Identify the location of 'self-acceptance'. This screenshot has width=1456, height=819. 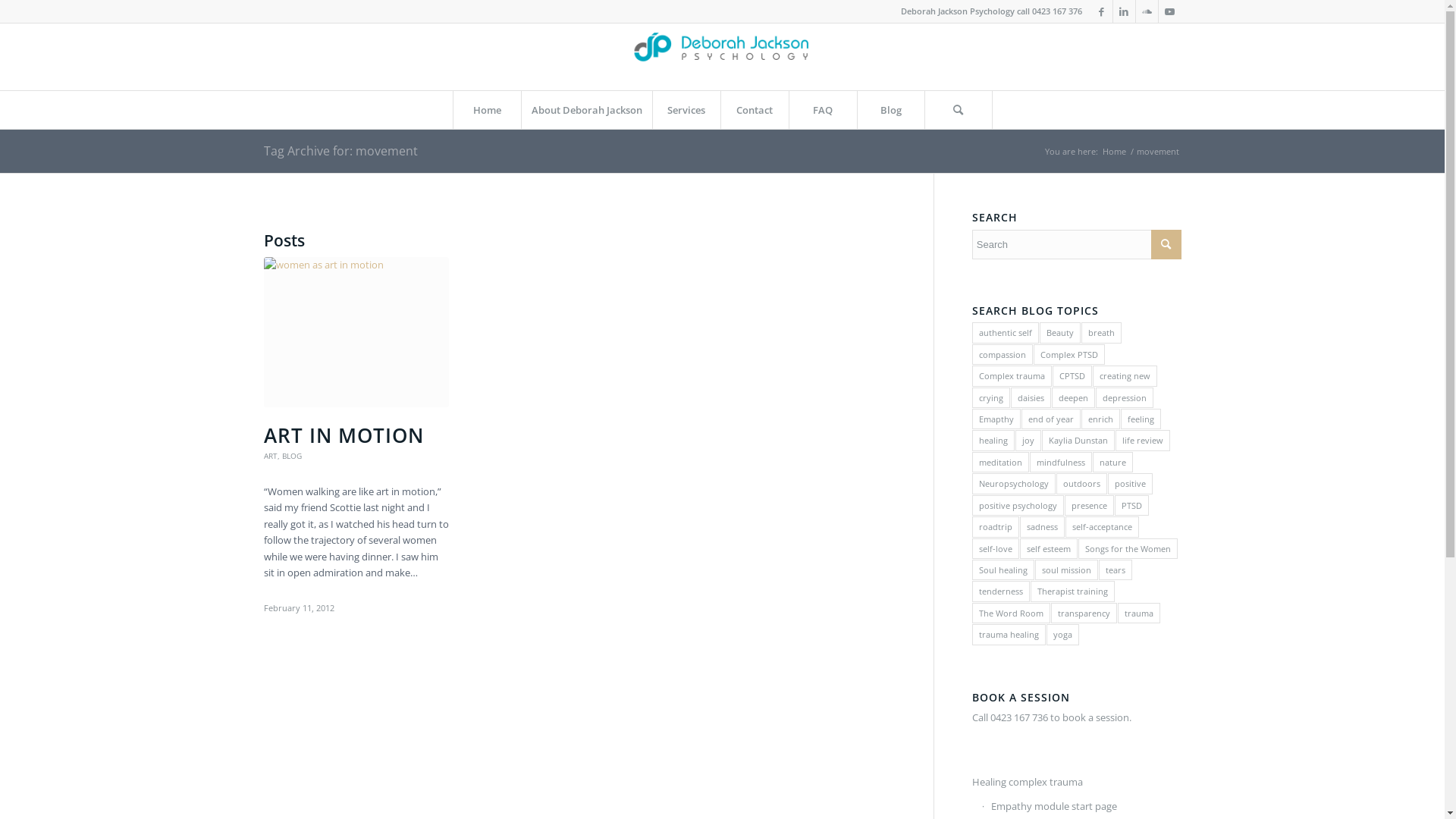
(1102, 526).